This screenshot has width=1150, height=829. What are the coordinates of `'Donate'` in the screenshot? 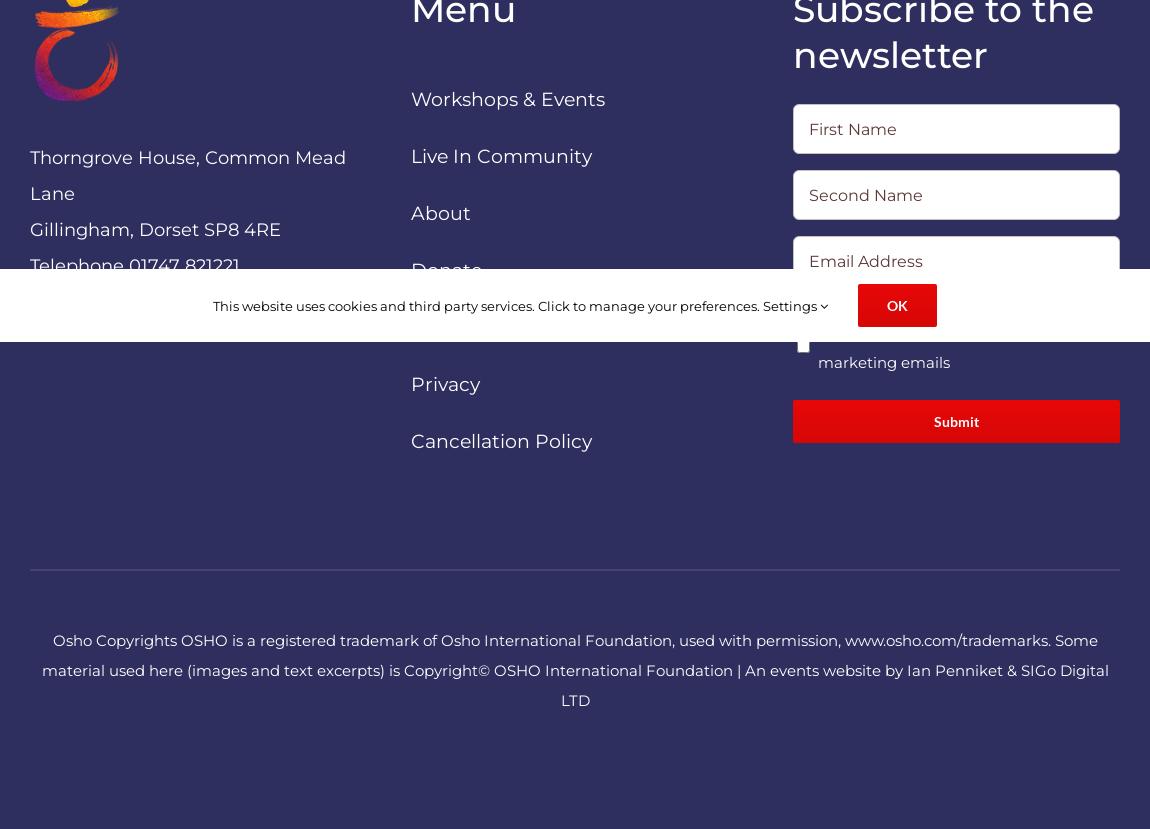 It's located at (446, 269).